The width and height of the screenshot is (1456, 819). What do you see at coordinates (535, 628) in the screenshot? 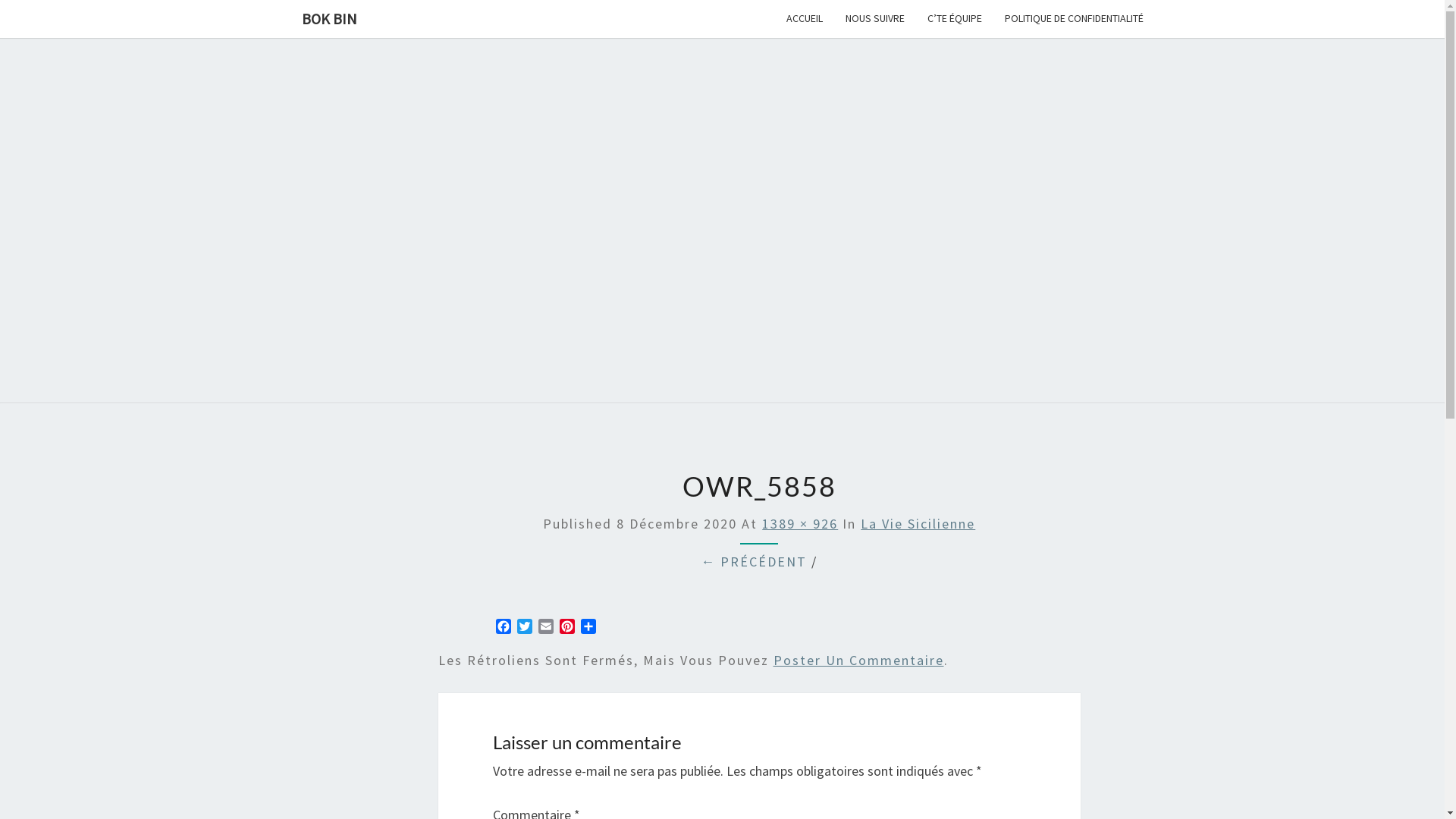
I see `'Email'` at bounding box center [535, 628].